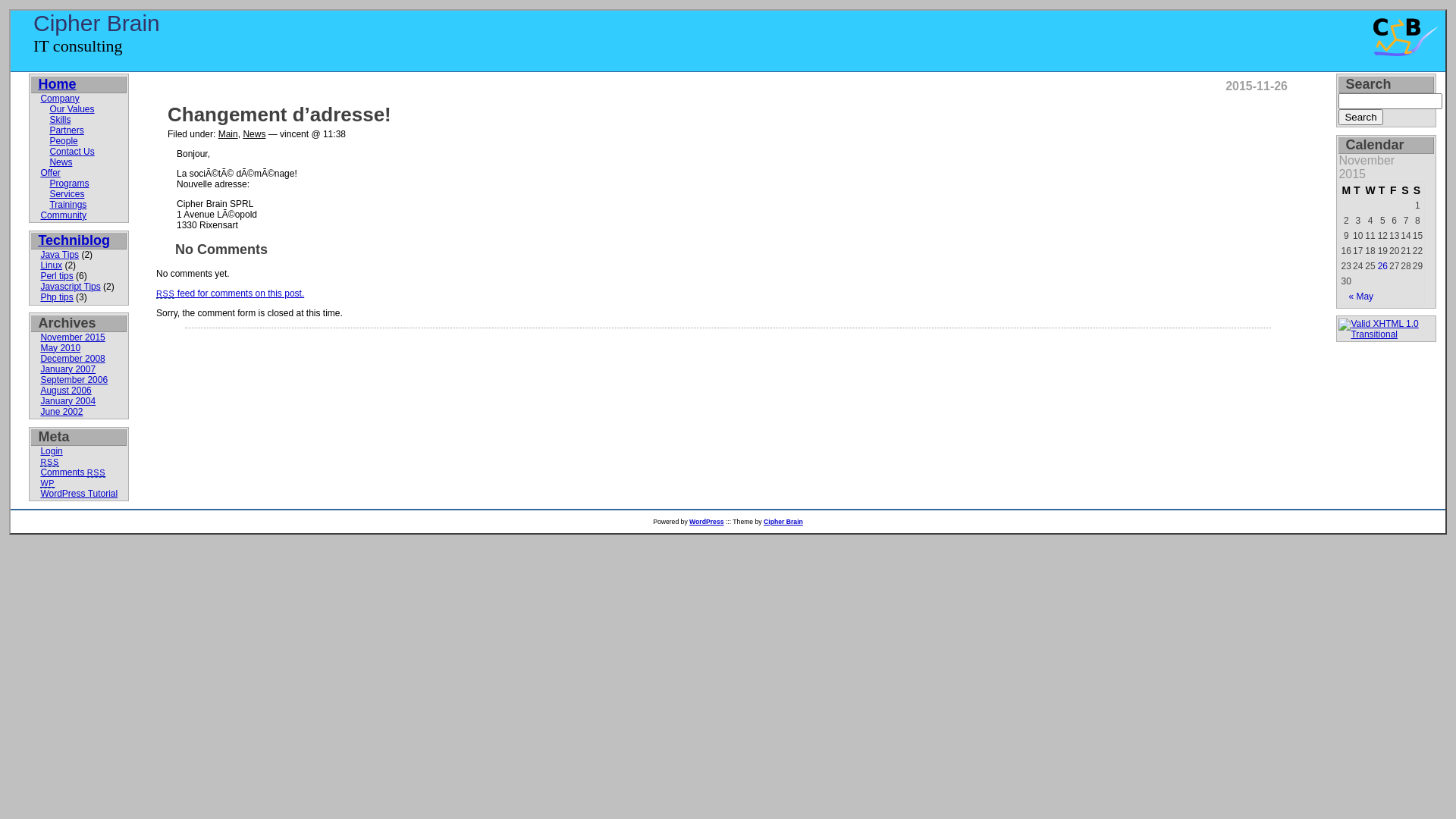  Describe the element at coordinates (71, 152) in the screenshot. I see `'Contact Us'` at that location.